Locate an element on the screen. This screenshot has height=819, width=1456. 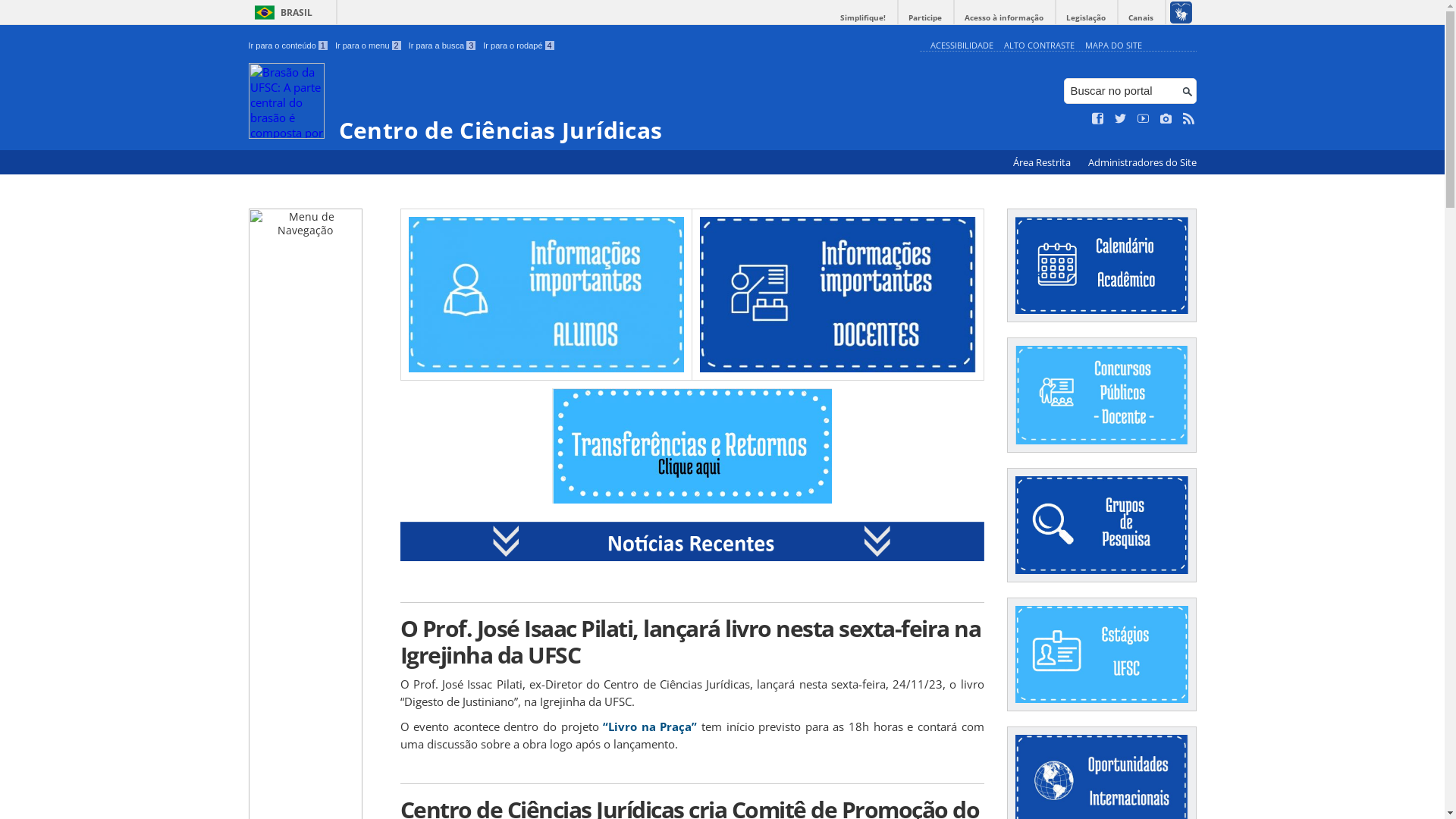
'Ir para a busca 3' is located at coordinates (441, 45).